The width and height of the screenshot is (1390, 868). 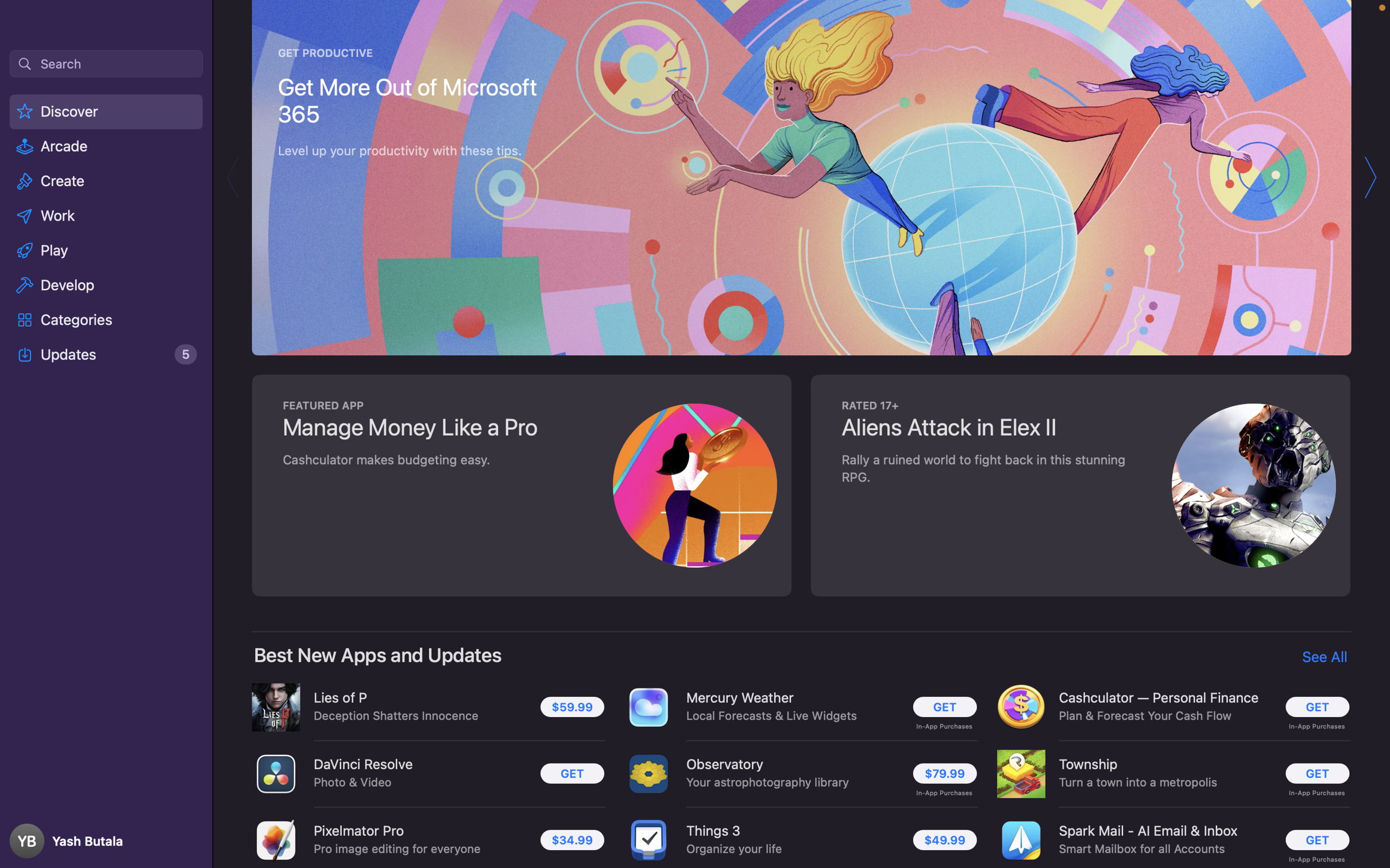 What do you see at coordinates (944, 708) in the screenshot?
I see `Download the Mercury Weather app` at bounding box center [944, 708].